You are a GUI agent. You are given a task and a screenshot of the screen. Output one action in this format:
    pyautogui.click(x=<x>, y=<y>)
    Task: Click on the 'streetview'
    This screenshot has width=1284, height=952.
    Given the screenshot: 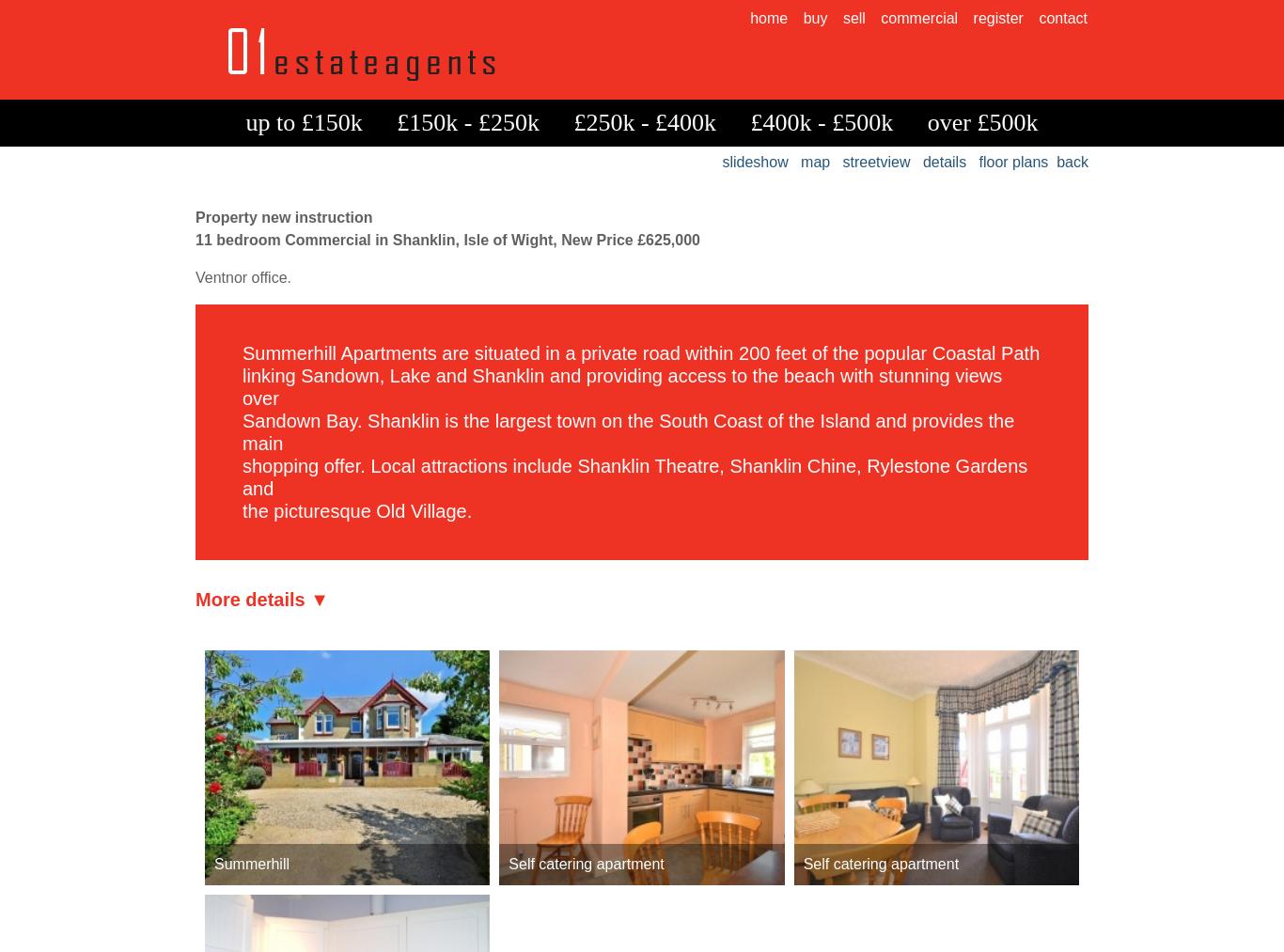 What is the action you would take?
    pyautogui.click(x=876, y=162)
    